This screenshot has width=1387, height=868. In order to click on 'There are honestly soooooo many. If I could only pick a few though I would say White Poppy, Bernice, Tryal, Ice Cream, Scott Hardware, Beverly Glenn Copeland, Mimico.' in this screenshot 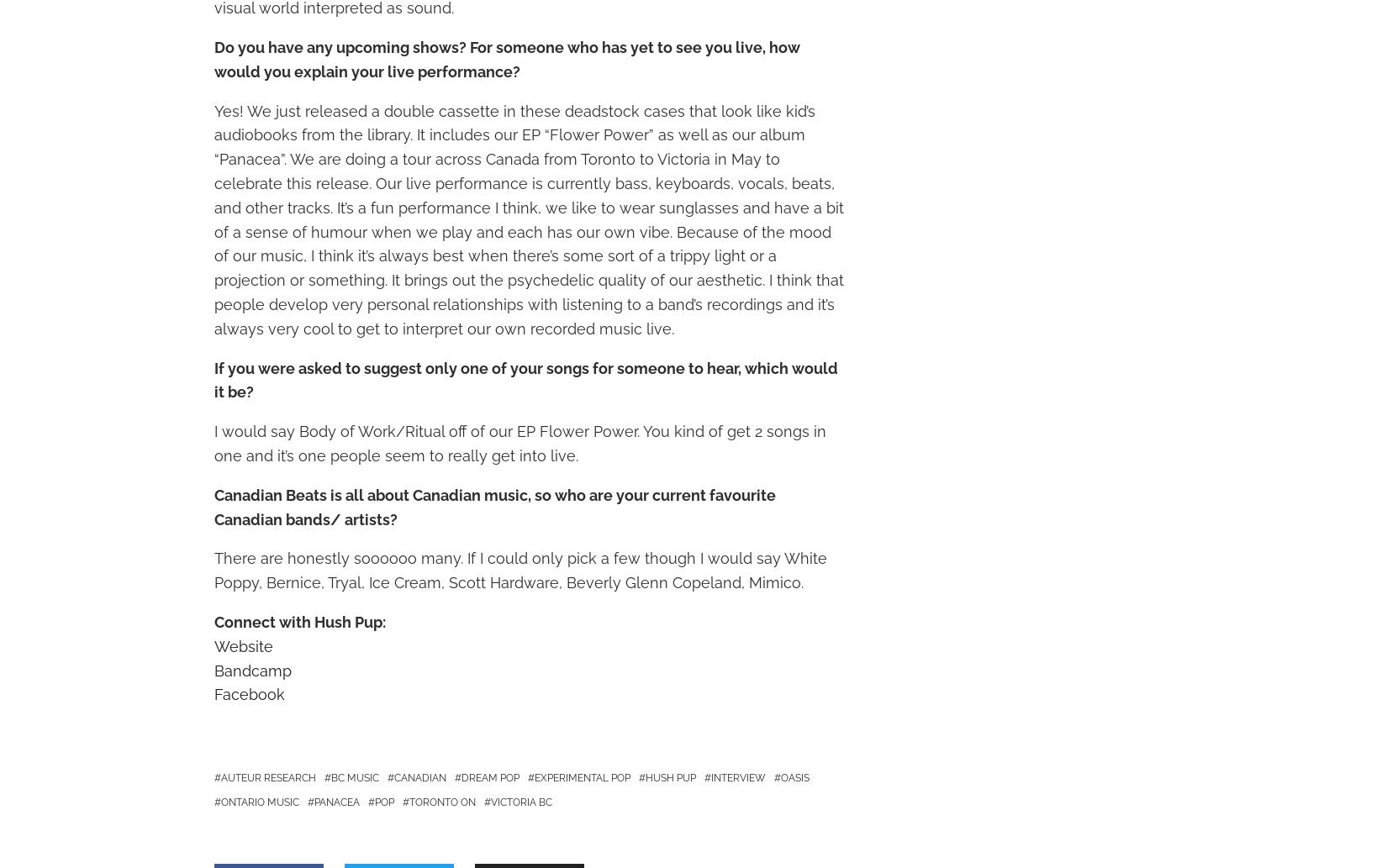, I will do `click(214, 569)`.